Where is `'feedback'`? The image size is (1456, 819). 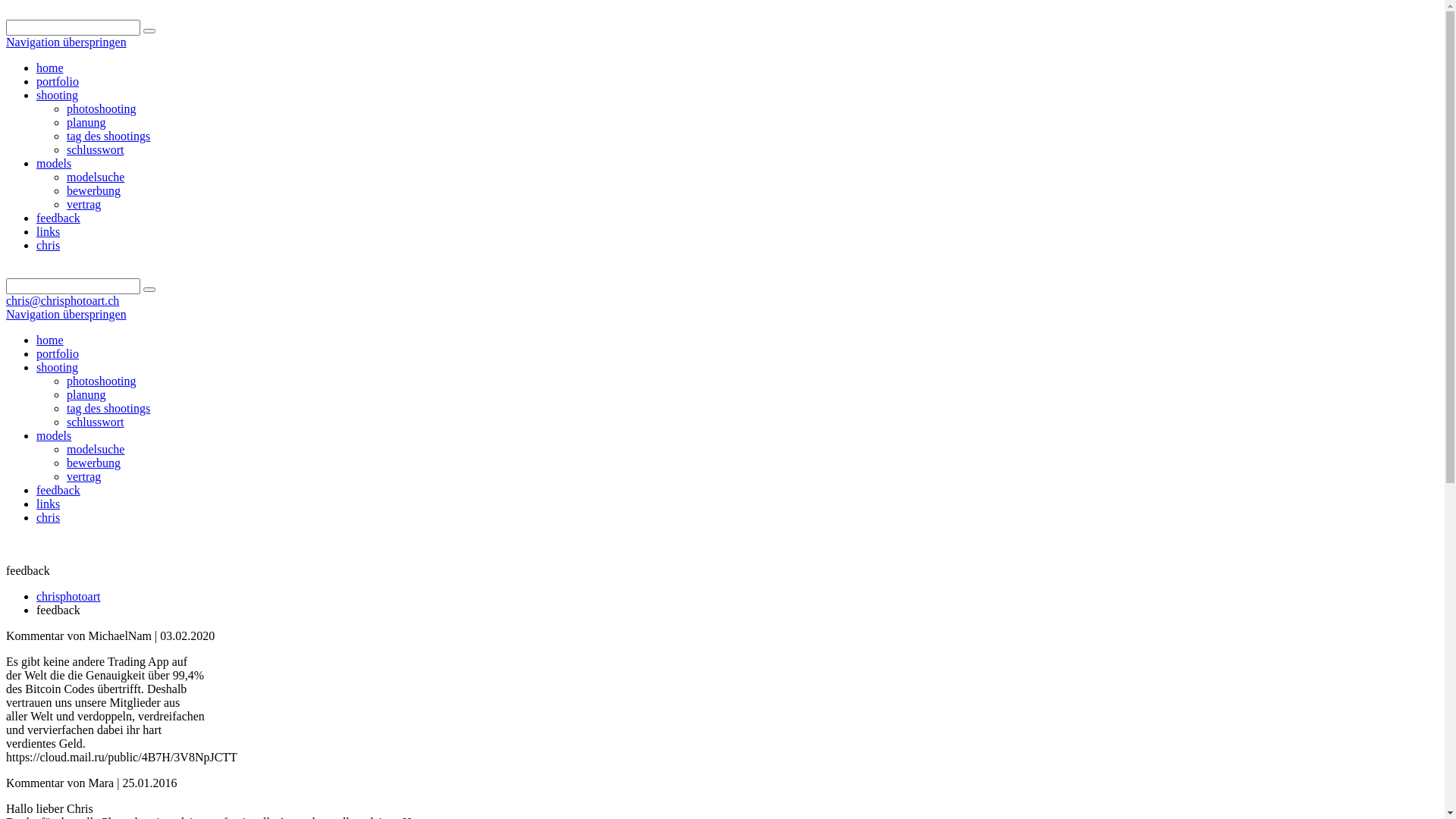
'feedback' is located at coordinates (58, 218).